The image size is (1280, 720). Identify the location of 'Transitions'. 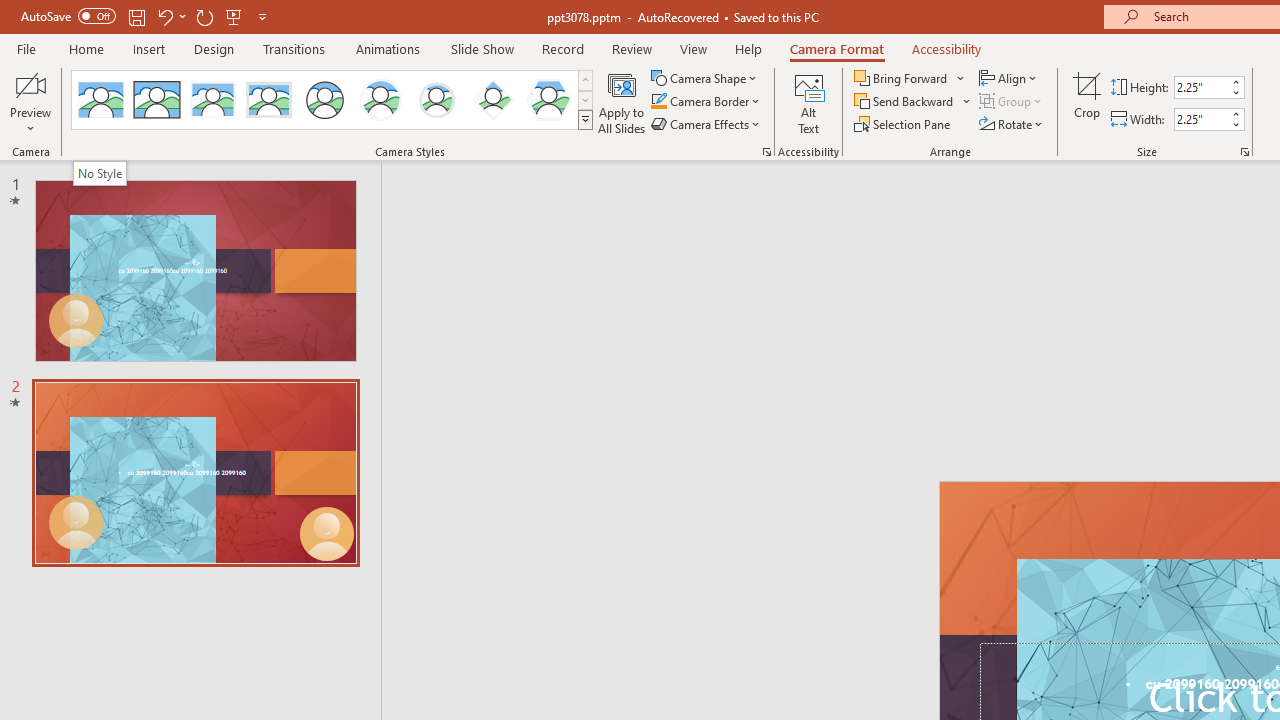
(294, 48).